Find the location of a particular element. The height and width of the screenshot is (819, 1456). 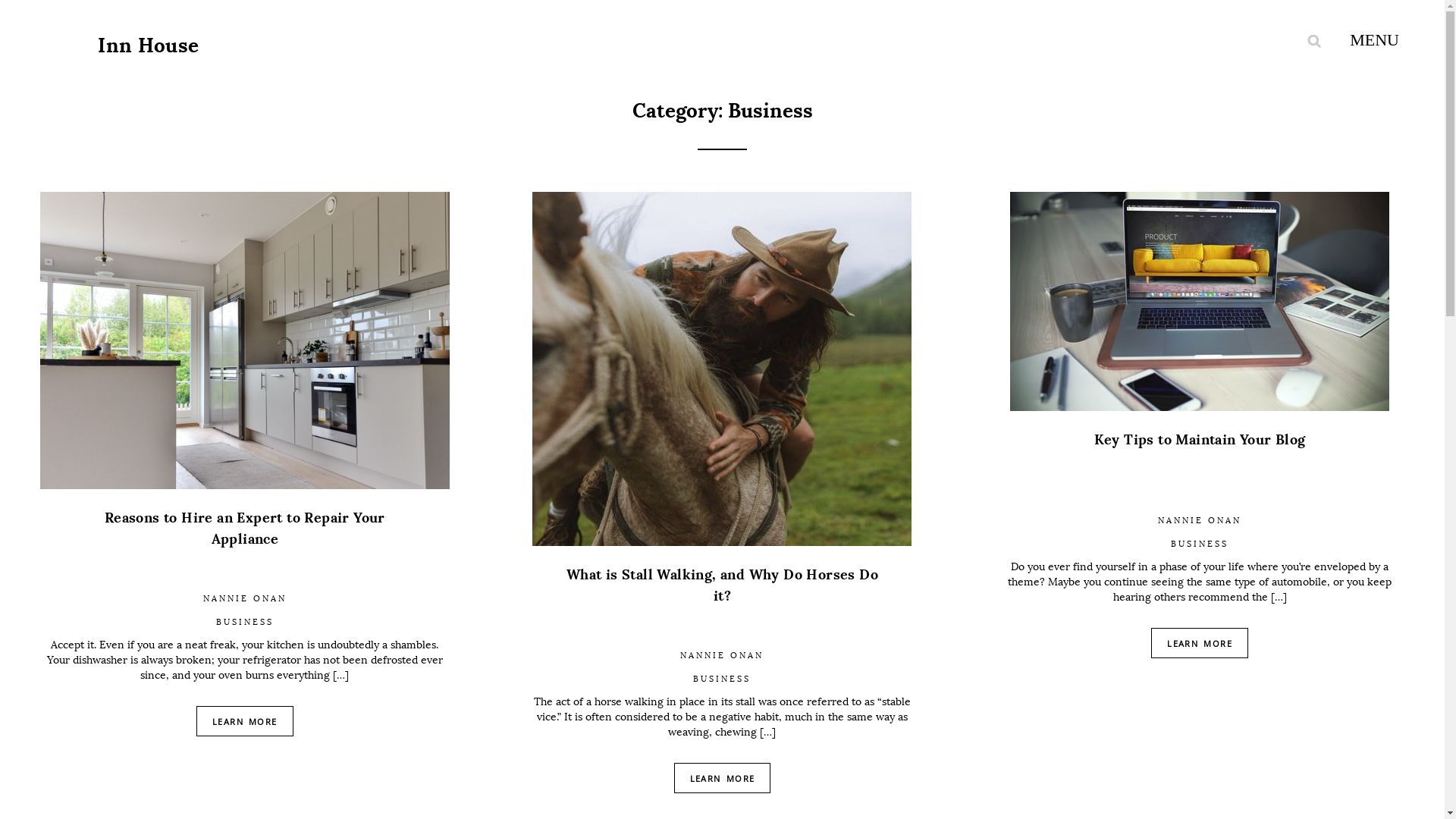

'BUSINESS' is located at coordinates (244, 622).